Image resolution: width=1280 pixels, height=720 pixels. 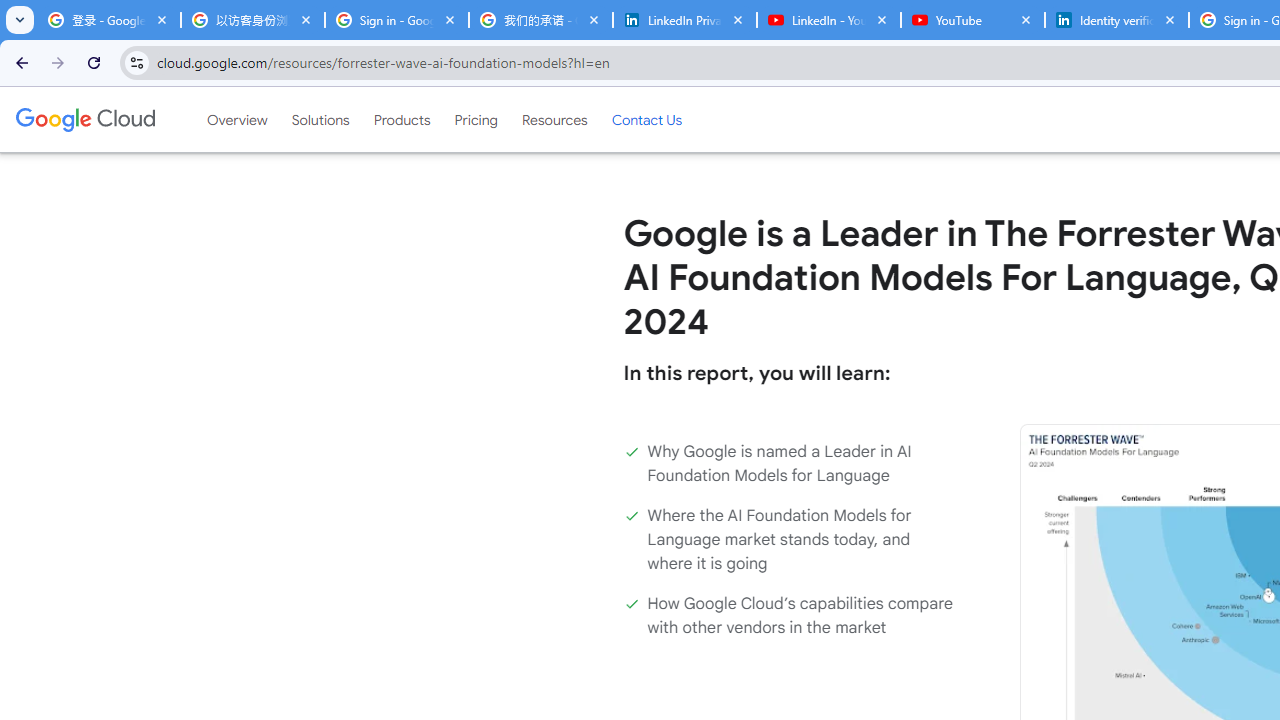 What do you see at coordinates (972, 20) in the screenshot?
I see `'YouTube'` at bounding box center [972, 20].